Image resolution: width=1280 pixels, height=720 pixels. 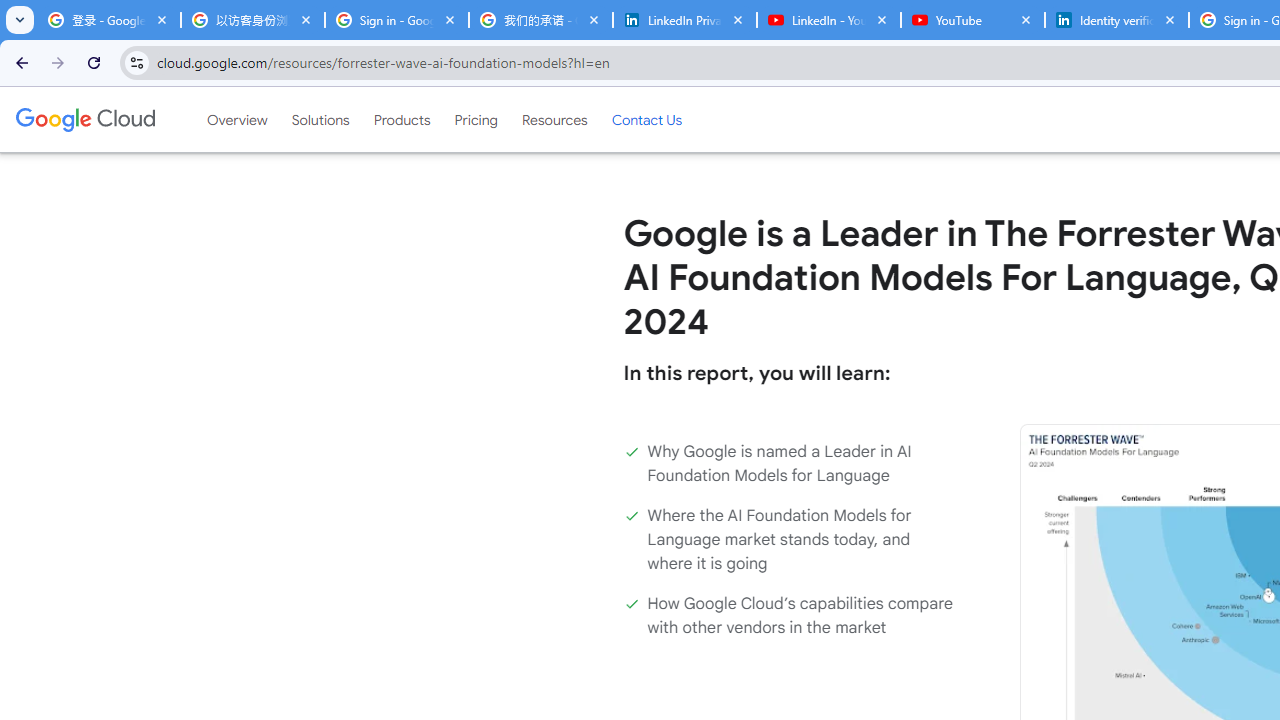 What do you see at coordinates (972, 20) in the screenshot?
I see `'YouTube'` at bounding box center [972, 20].